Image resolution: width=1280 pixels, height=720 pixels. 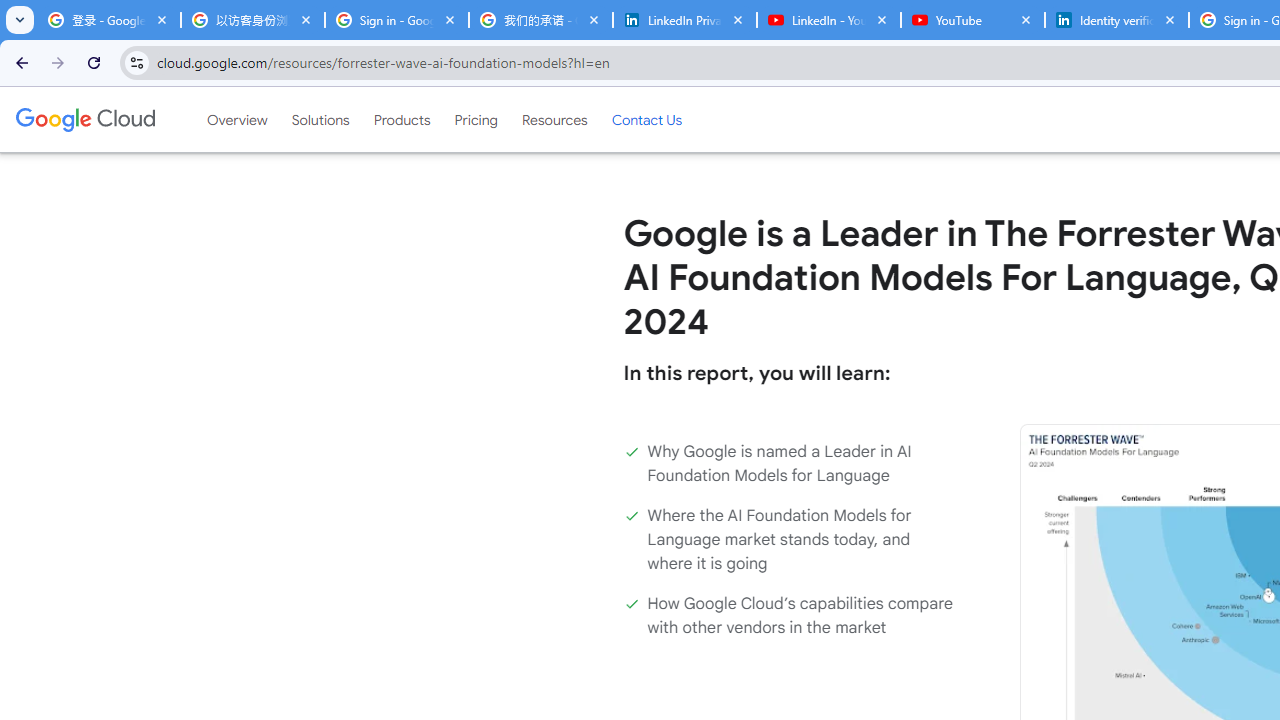 What do you see at coordinates (972, 20) in the screenshot?
I see `'YouTube'` at bounding box center [972, 20].